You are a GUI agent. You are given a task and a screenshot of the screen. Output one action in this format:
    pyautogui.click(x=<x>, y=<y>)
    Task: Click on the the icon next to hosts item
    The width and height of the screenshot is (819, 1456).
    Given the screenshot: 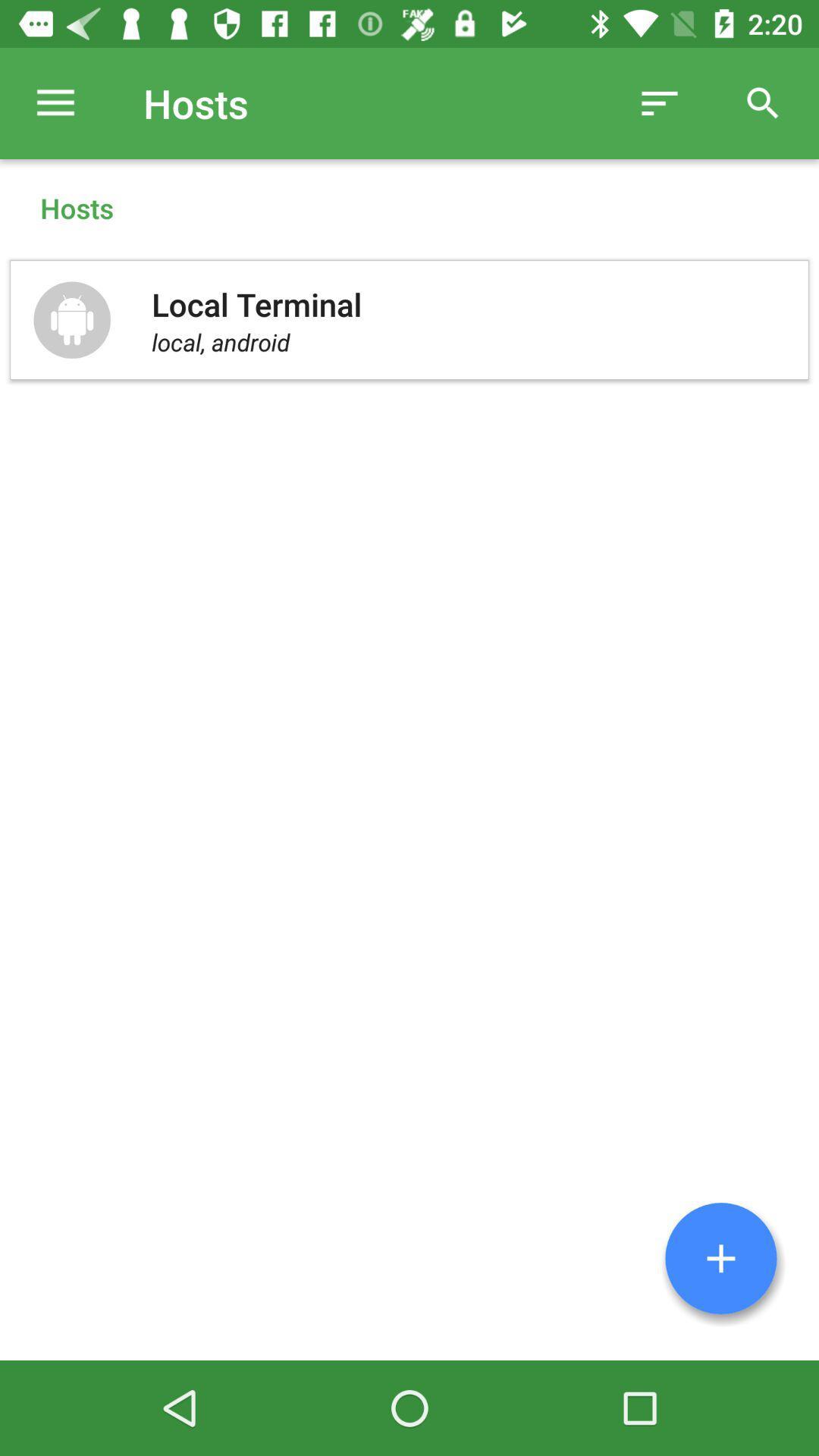 What is the action you would take?
    pyautogui.click(x=55, y=102)
    